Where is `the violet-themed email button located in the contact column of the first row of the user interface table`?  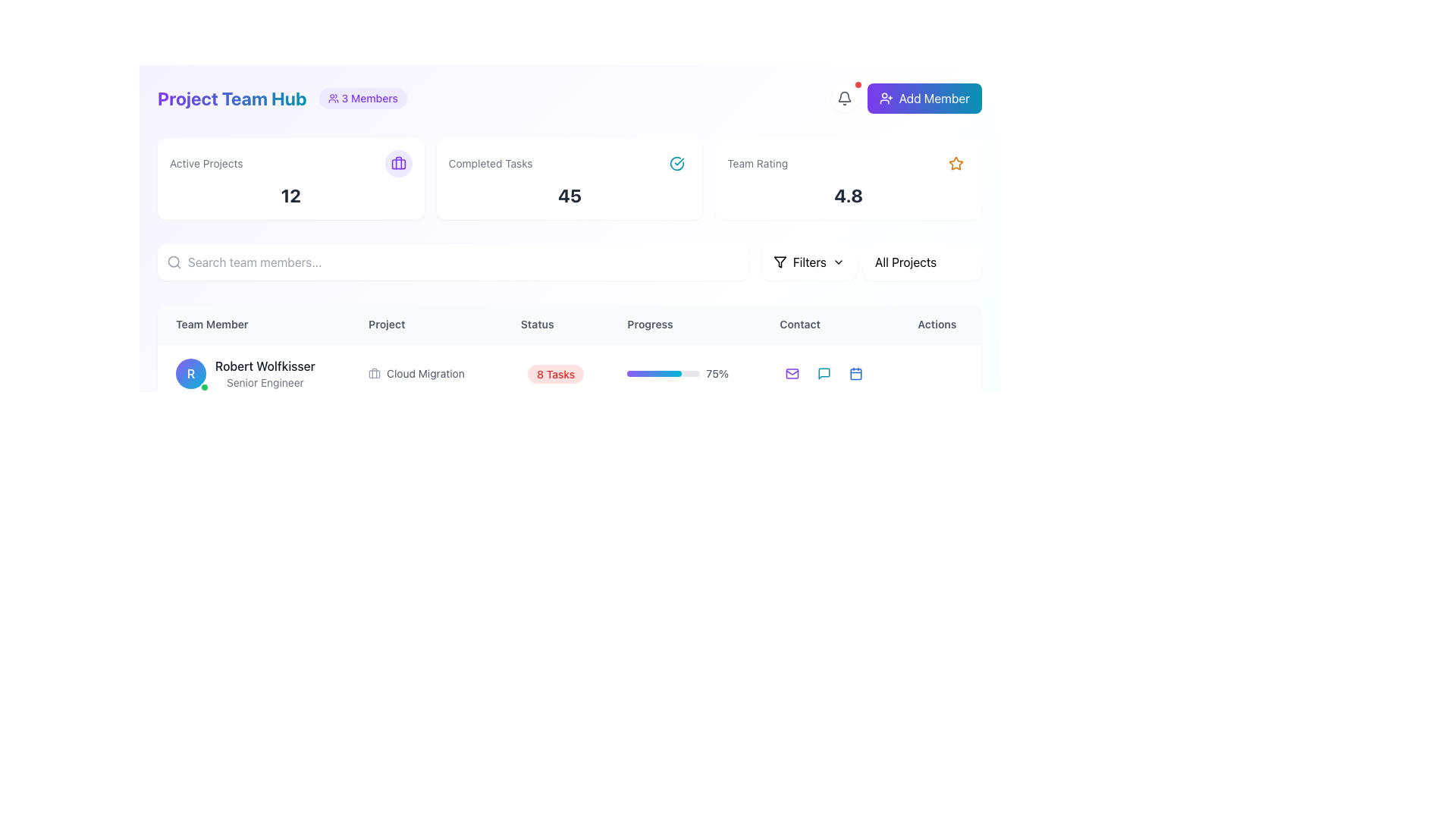
the violet-themed email button located in the contact column of the first row of the user interface table is located at coordinates (792, 374).